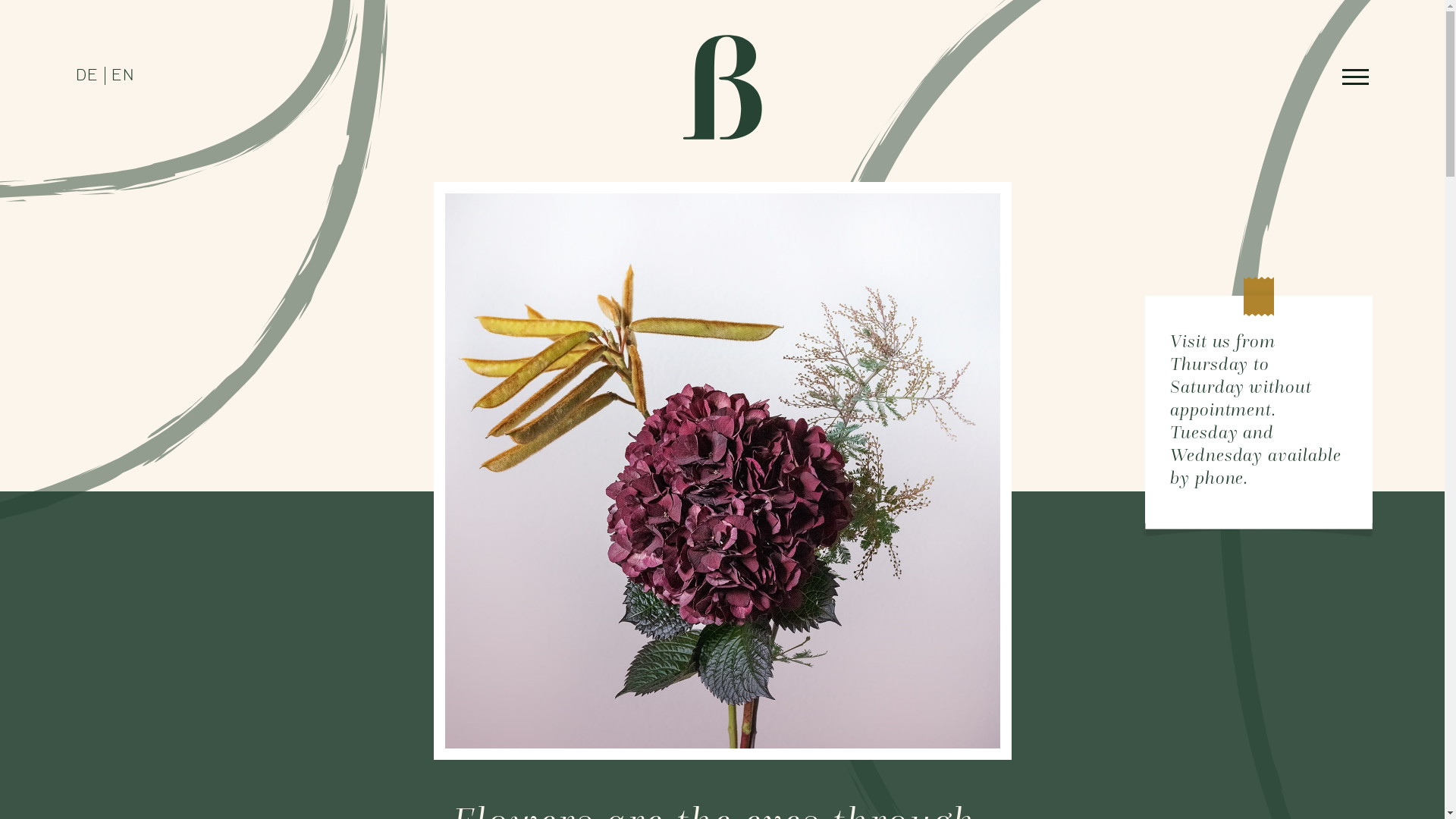 The height and width of the screenshot is (819, 1456). What do you see at coordinates (86, 76) in the screenshot?
I see `'DE'` at bounding box center [86, 76].